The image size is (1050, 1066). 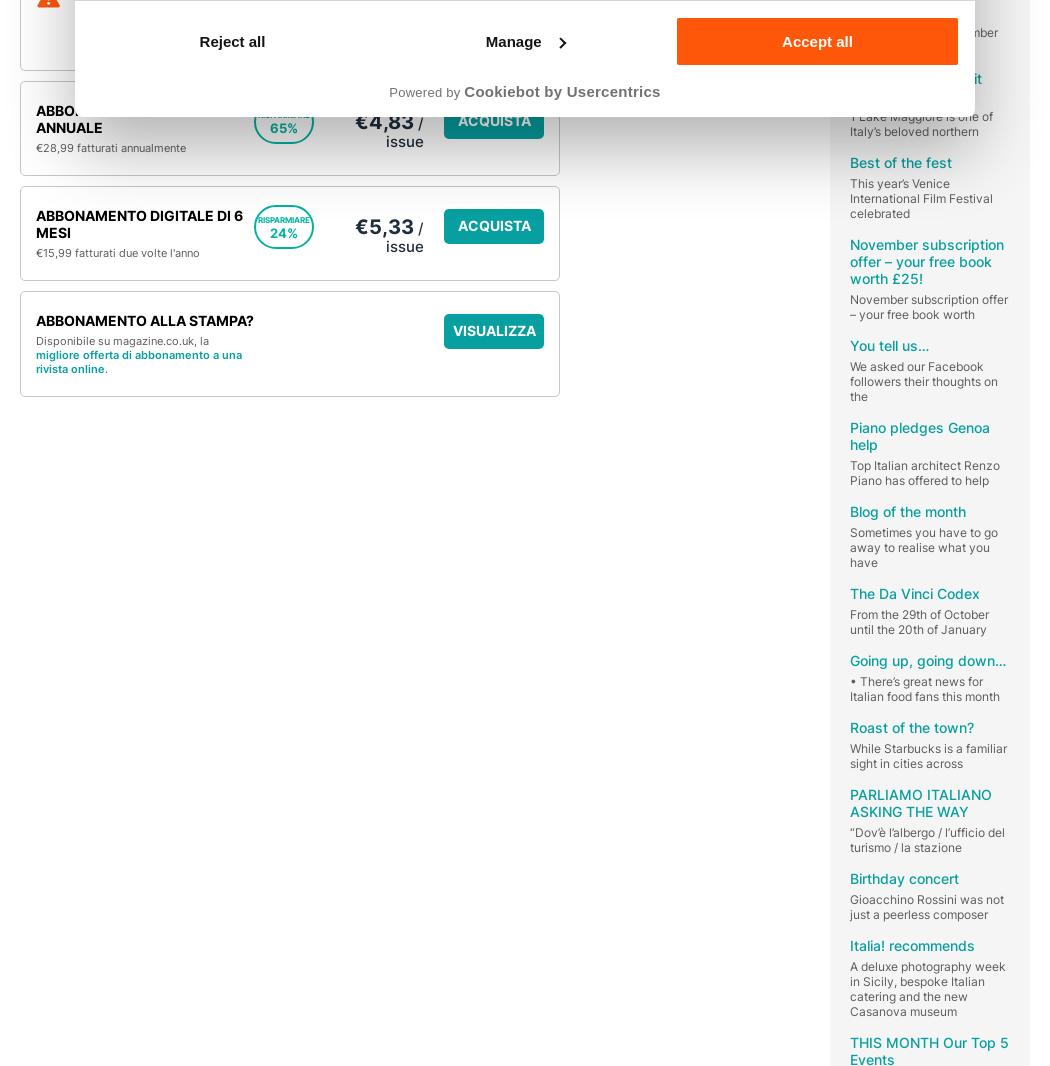 What do you see at coordinates (849, 196) in the screenshot?
I see `'This year’s Venice International Film Festival celebrated'` at bounding box center [849, 196].